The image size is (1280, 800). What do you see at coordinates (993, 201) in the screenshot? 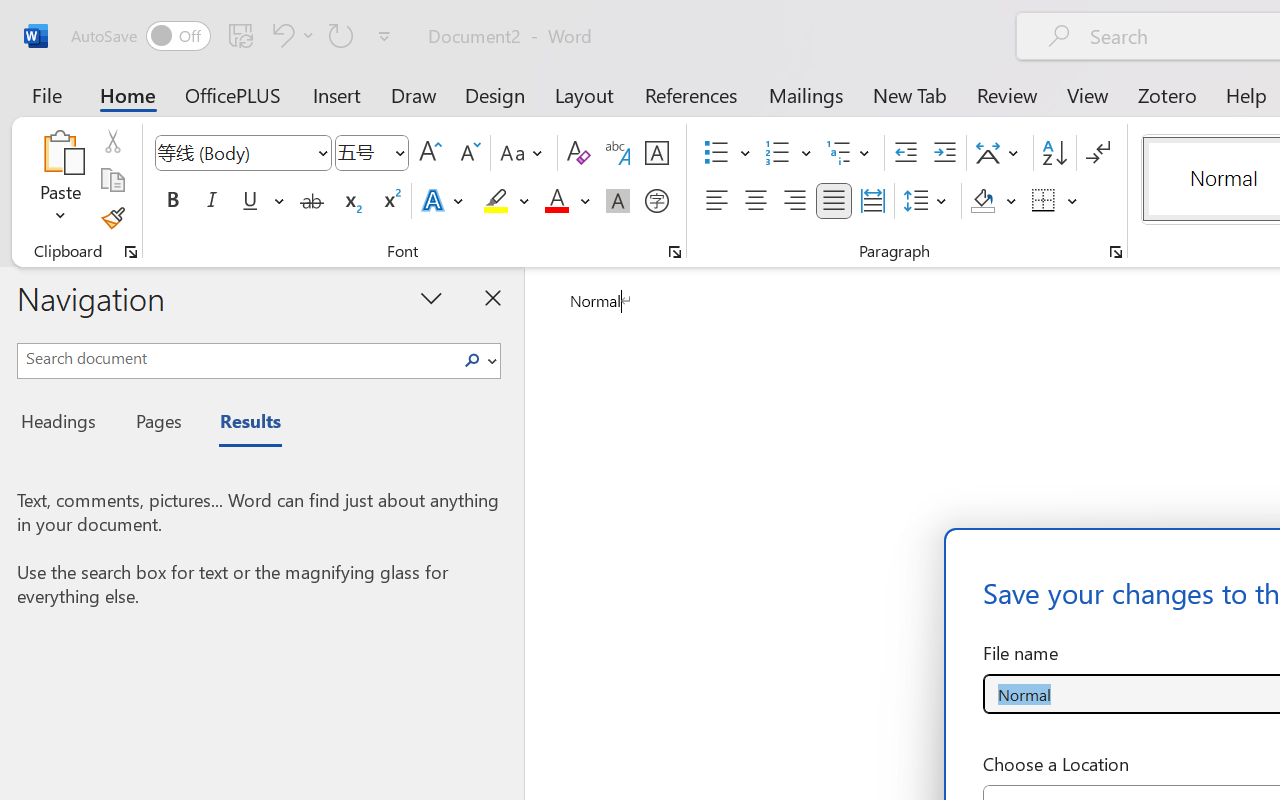
I see `'Shading'` at bounding box center [993, 201].